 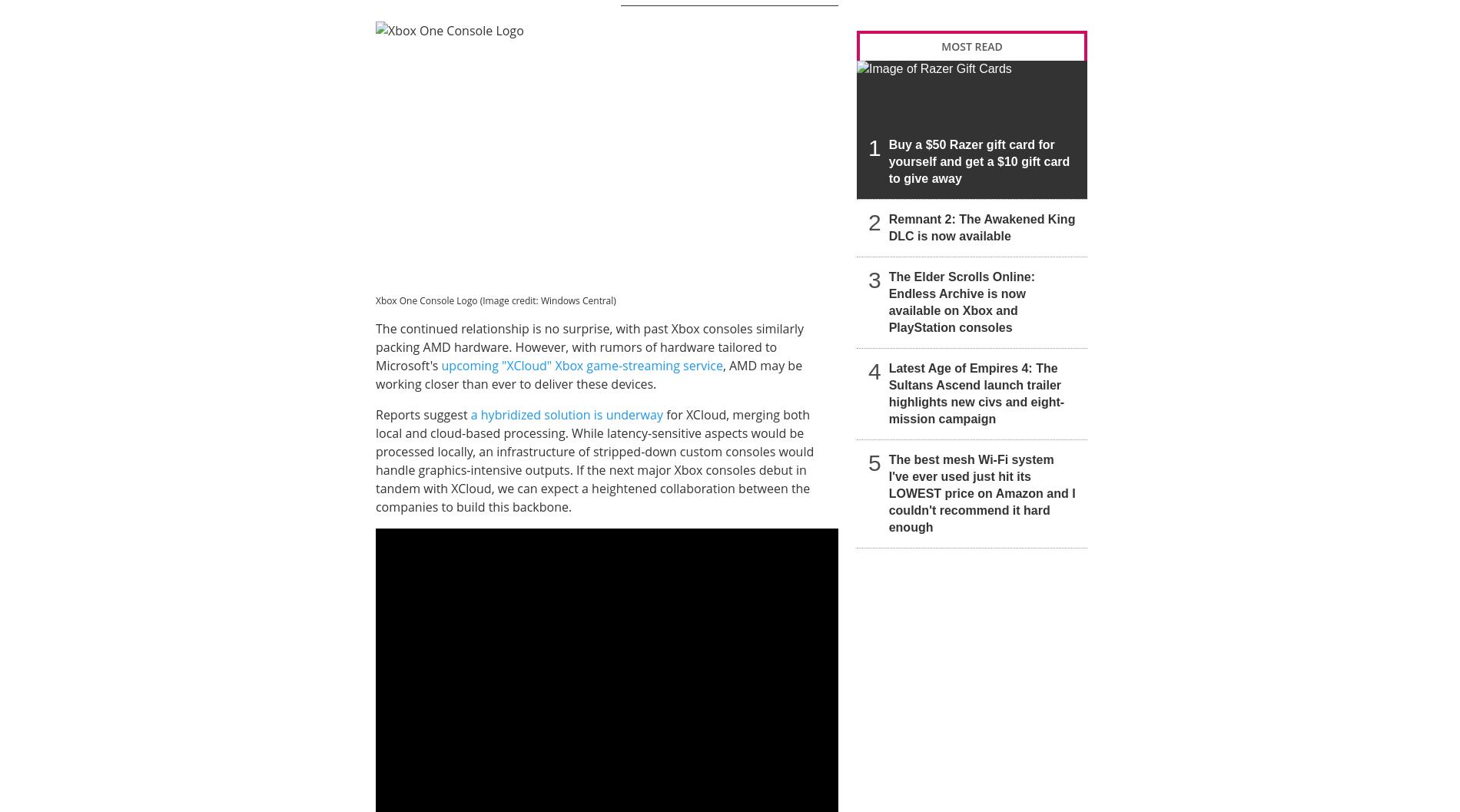 What do you see at coordinates (981, 492) in the screenshot?
I see `'The best mesh Wi-Fi system I've ever used just hit its LOWEST price on Amazon and I couldn't recommend it hard enough'` at bounding box center [981, 492].